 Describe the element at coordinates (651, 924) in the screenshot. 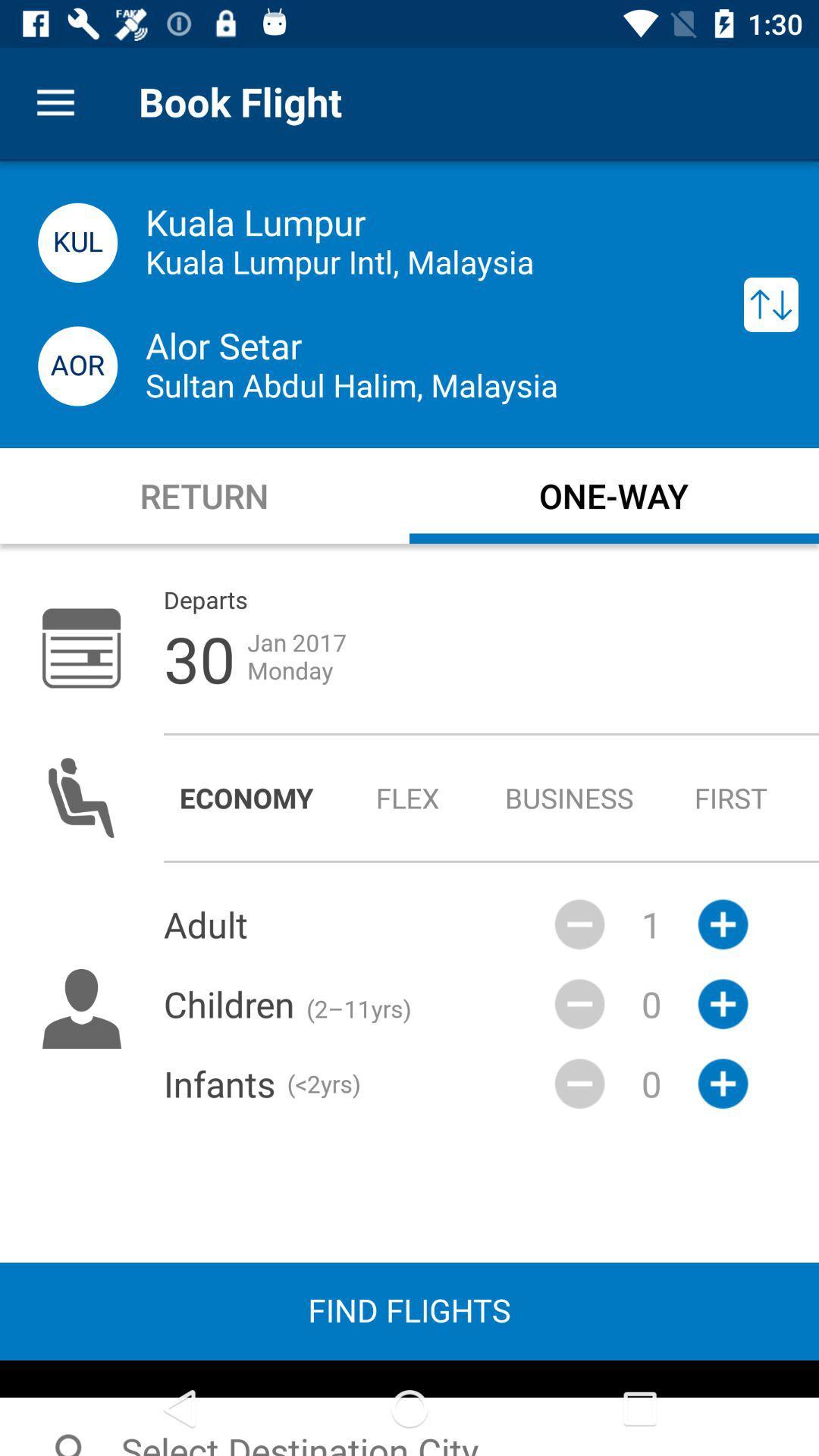

I see `the 1 which is beside the  icon` at that location.